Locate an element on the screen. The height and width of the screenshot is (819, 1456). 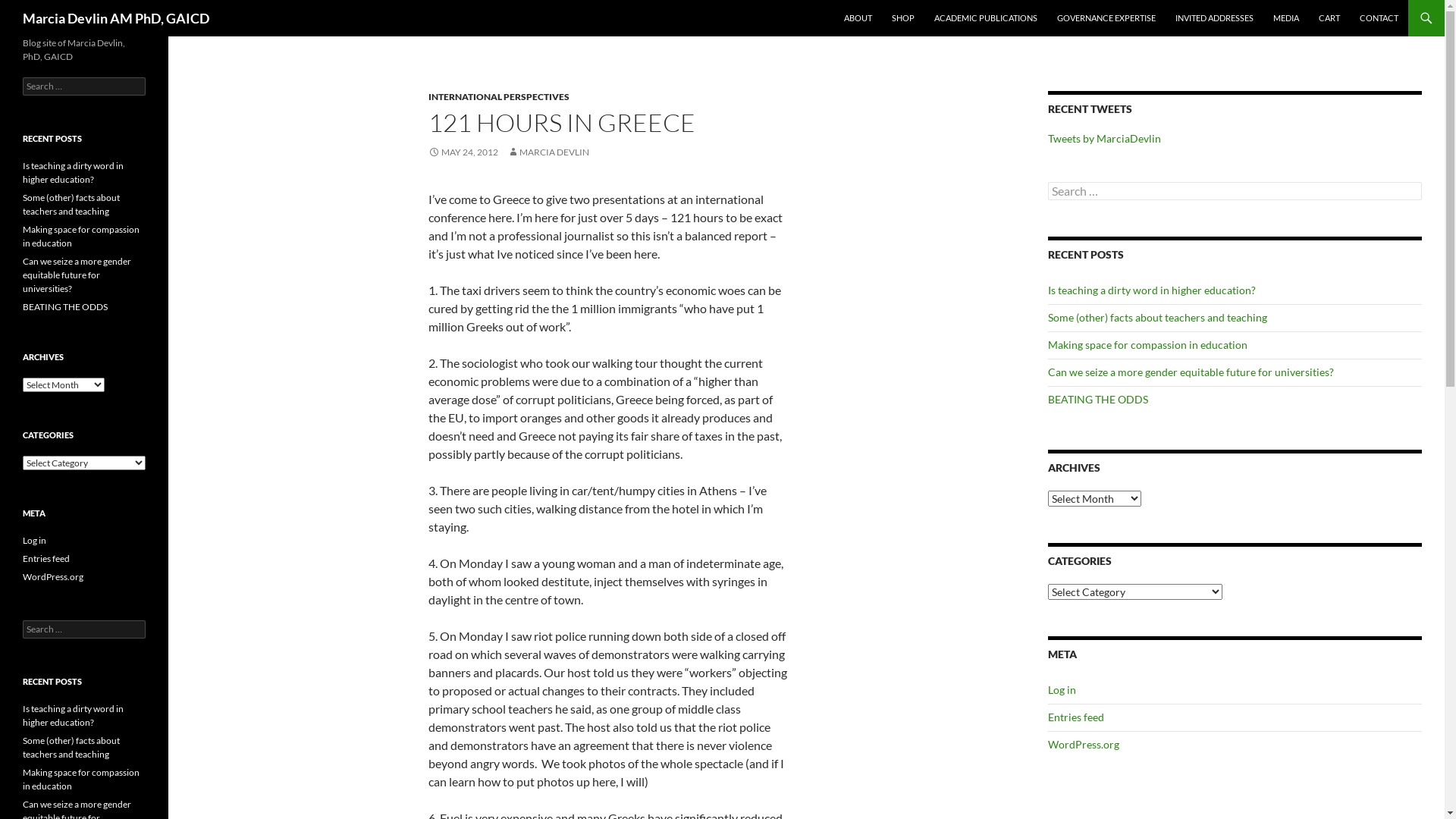
'MARCIA DEVLIN' is located at coordinates (548, 152).